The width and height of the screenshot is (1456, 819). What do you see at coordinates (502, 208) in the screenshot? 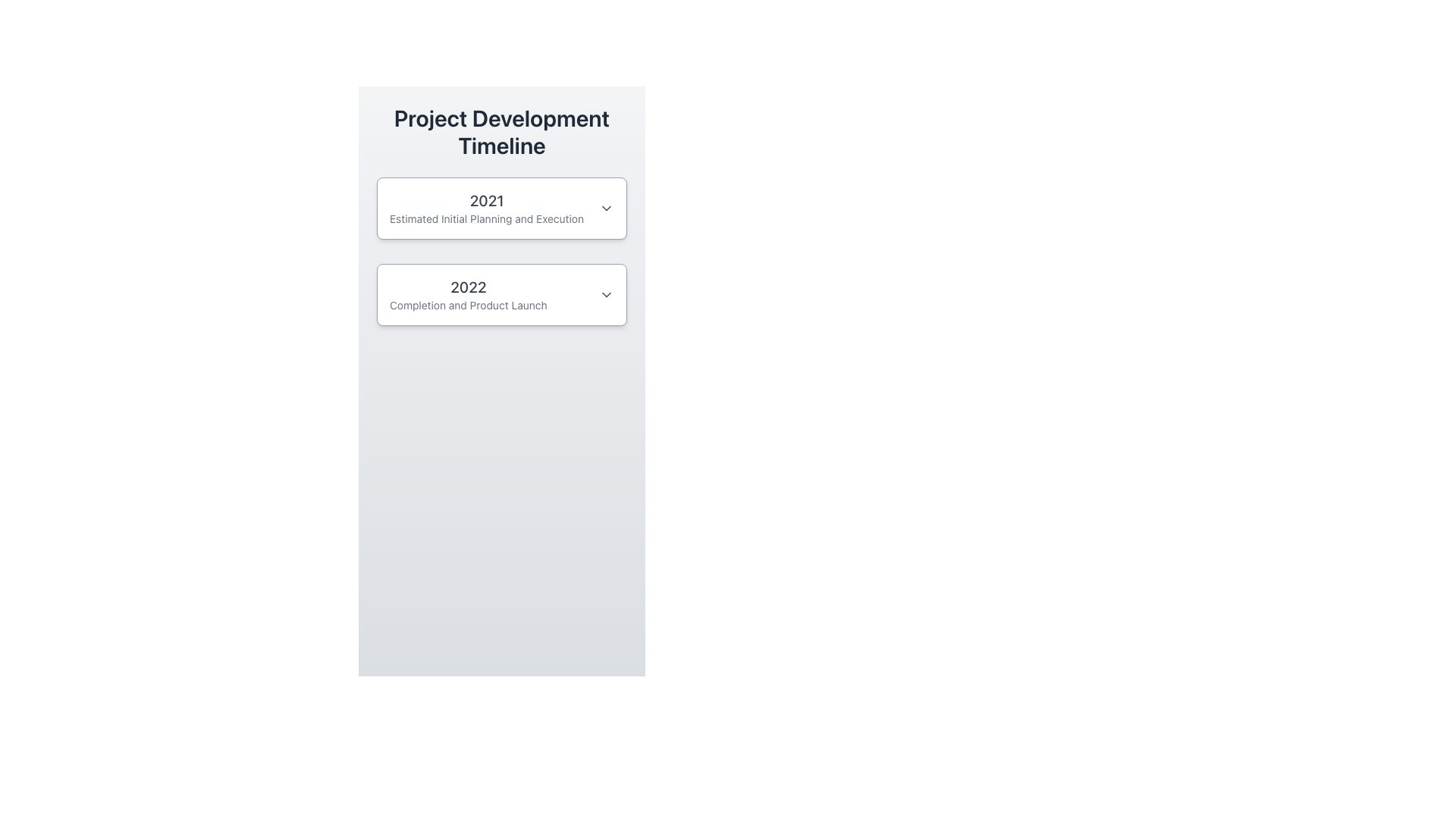
I see `the first ListItem element in the Project Development Timeline, which contains the text '2021' and a downward arrow icon` at bounding box center [502, 208].